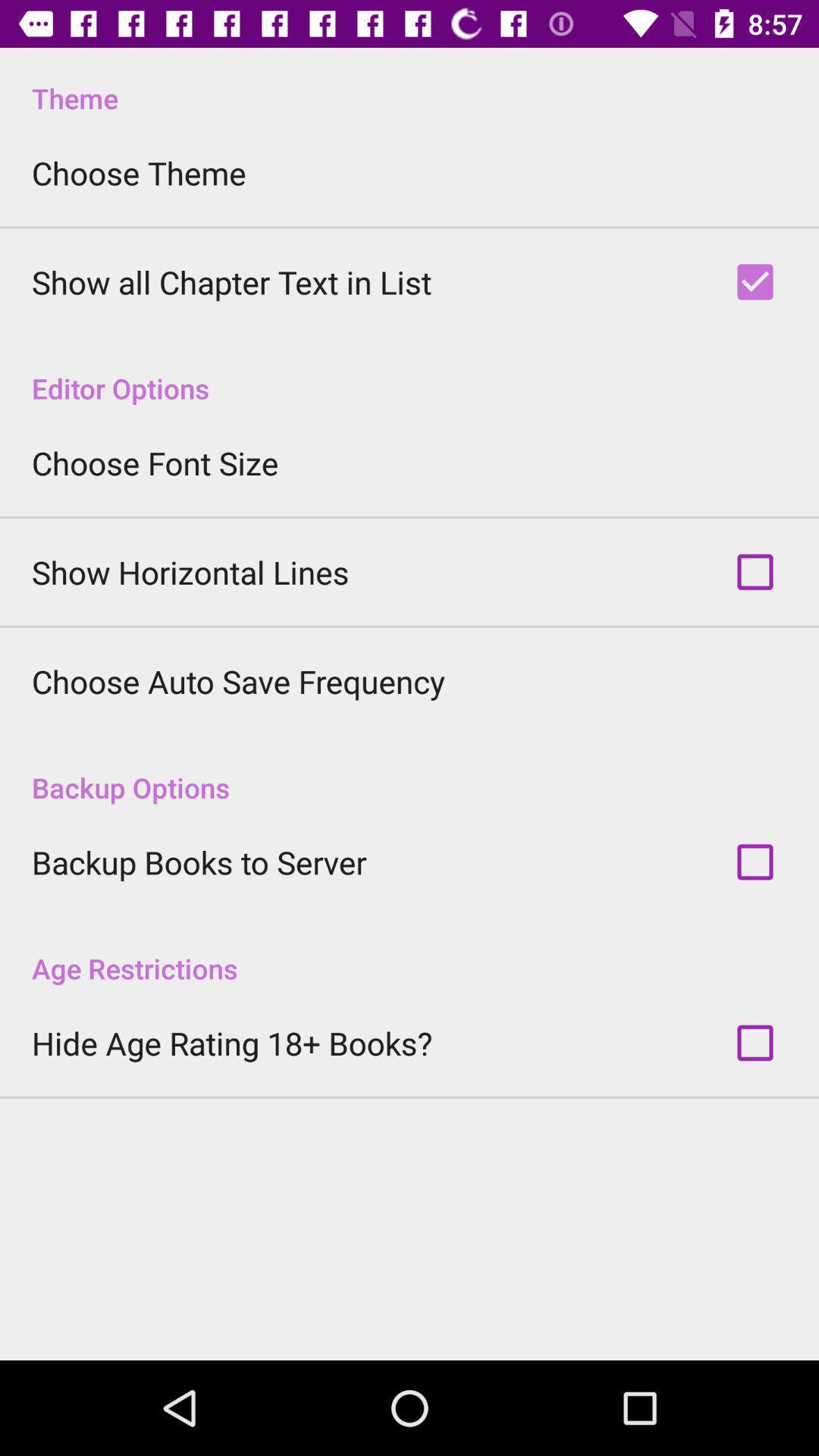 This screenshot has height=1456, width=819. What do you see at coordinates (231, 282) in the screenshot?
I see `the app above editor options item` at bounding box center [231, 282].